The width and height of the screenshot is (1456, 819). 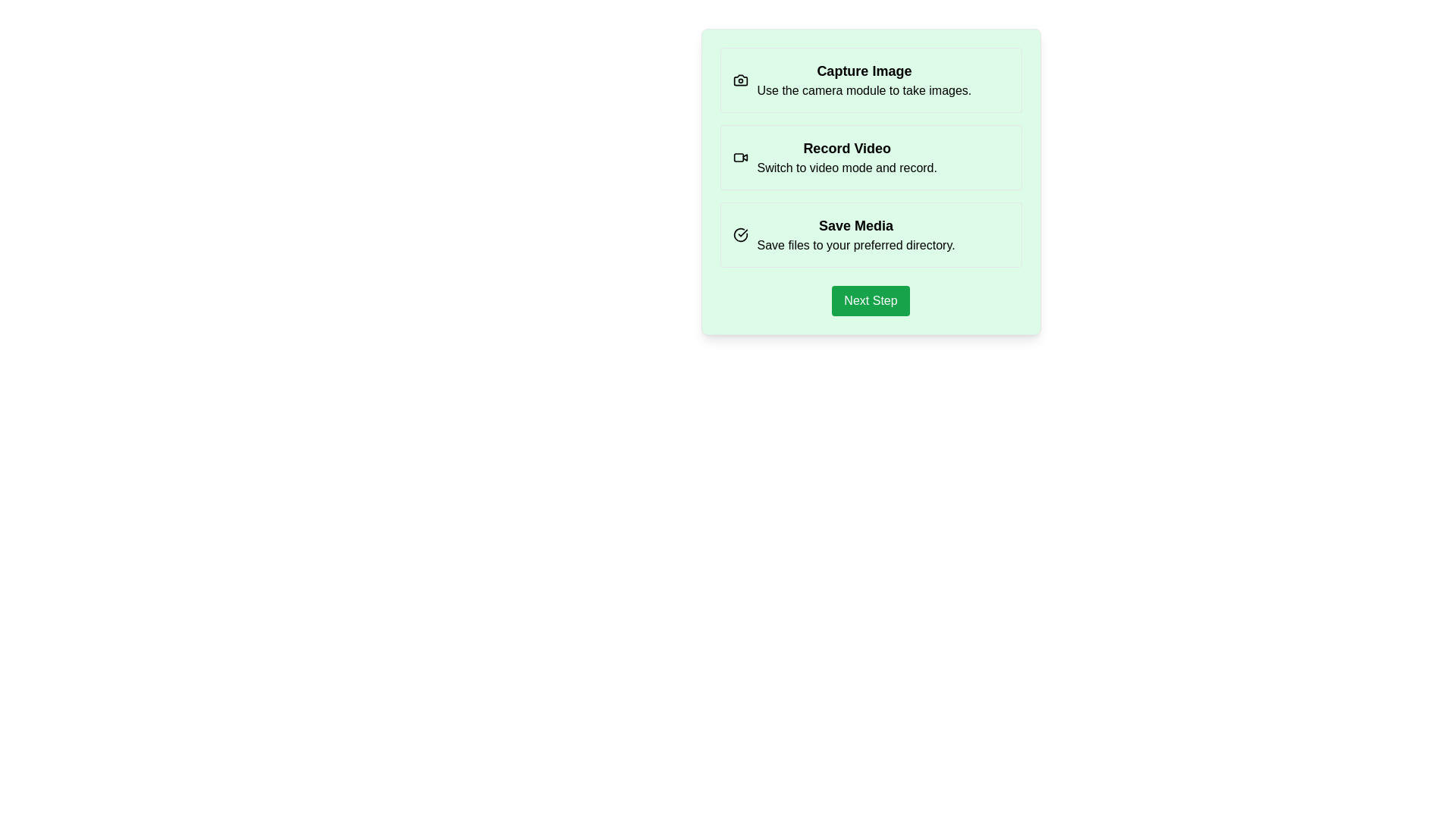 I want to click on the 'Capture Image' descriptive text block located inside the square panel at the top, so click(x=864, y=80).